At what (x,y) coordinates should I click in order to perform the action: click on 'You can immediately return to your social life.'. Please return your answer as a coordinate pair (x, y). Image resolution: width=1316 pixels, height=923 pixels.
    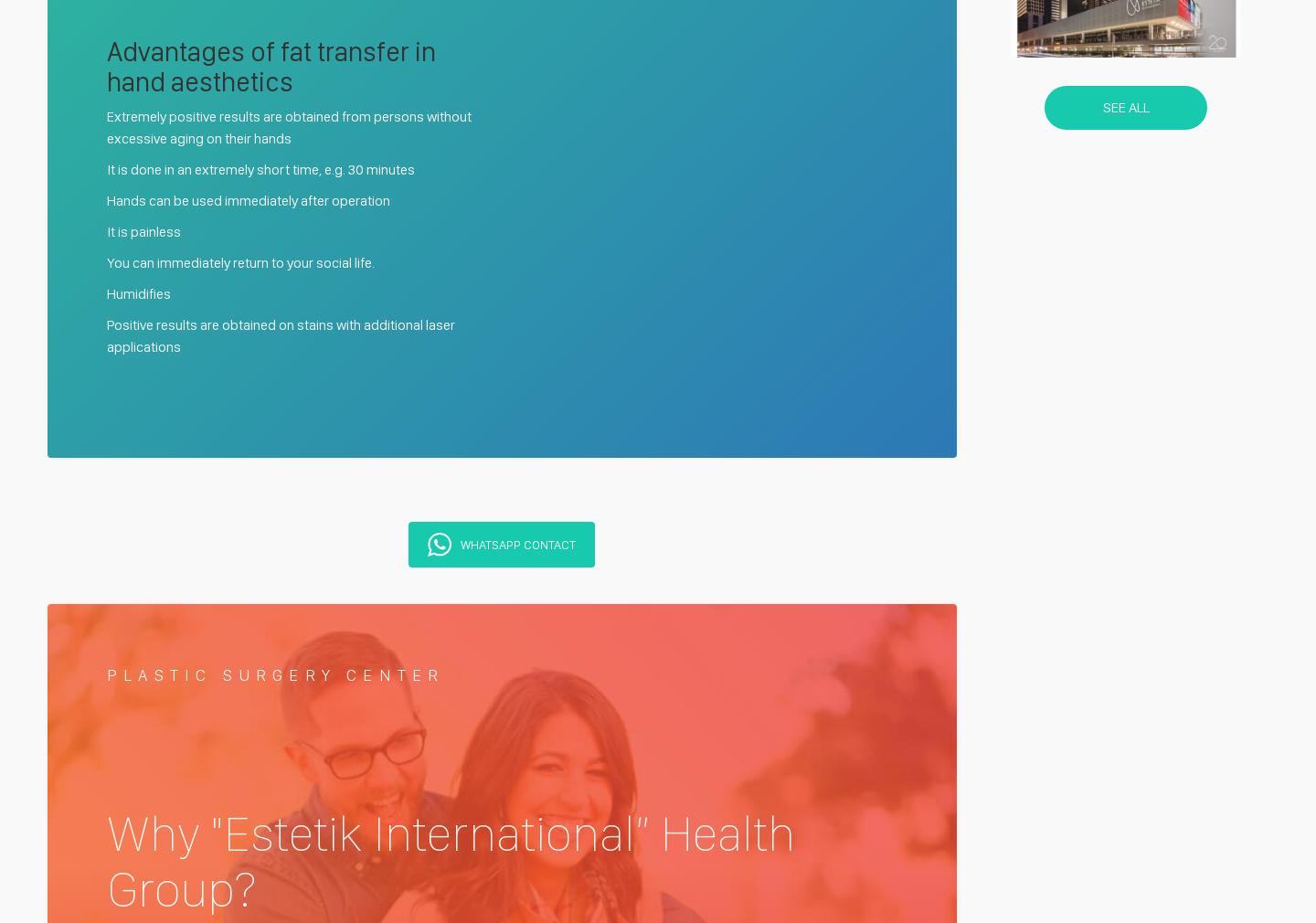
    Looking at the image, I should click on (239, 262).